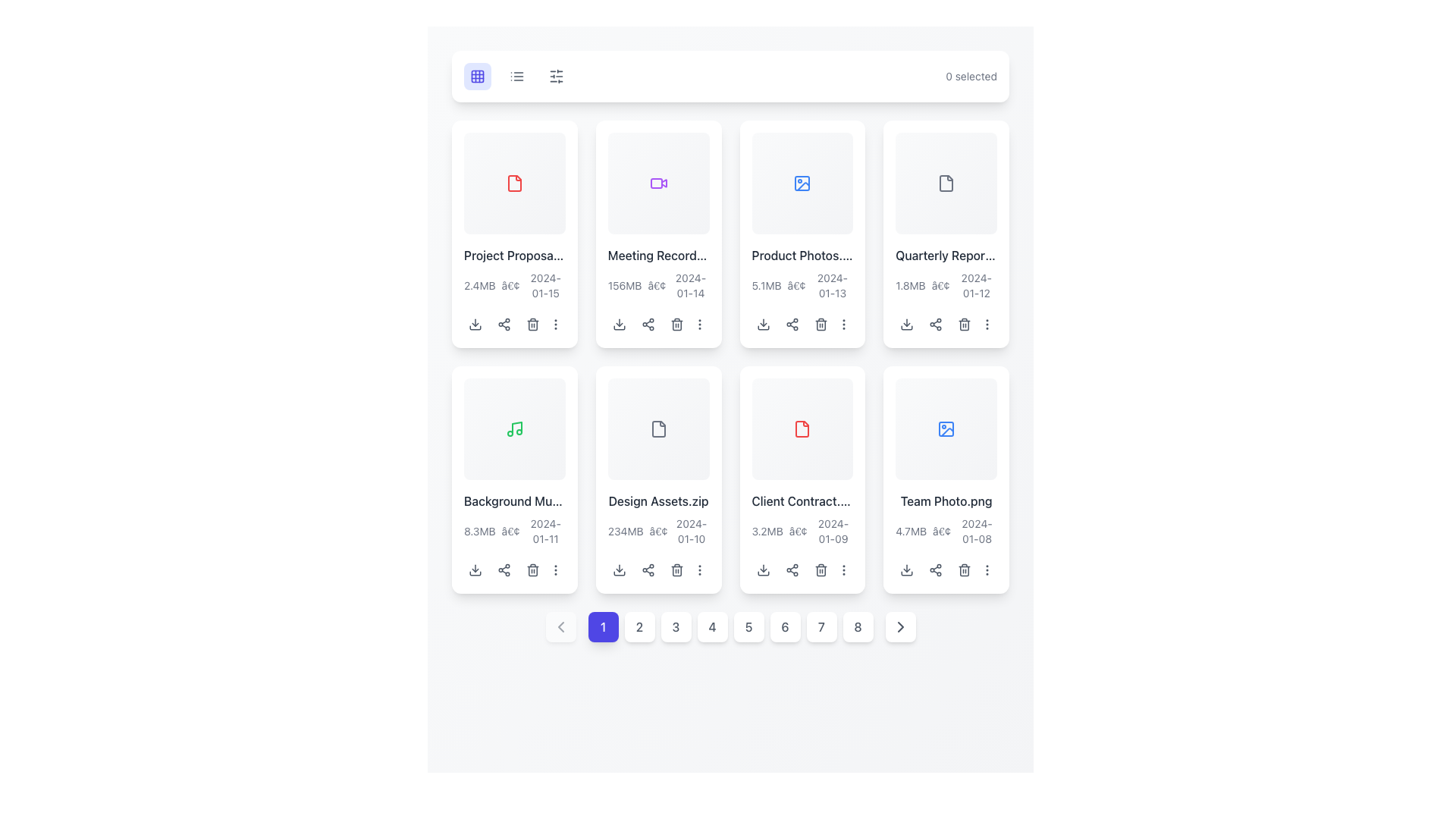 The image size is (1456, 819). I want to click on the static text label that displays the timestamp for the associated file, located below 'Design Assets.zip' in a multi-column grid layout, so click(691, 530).